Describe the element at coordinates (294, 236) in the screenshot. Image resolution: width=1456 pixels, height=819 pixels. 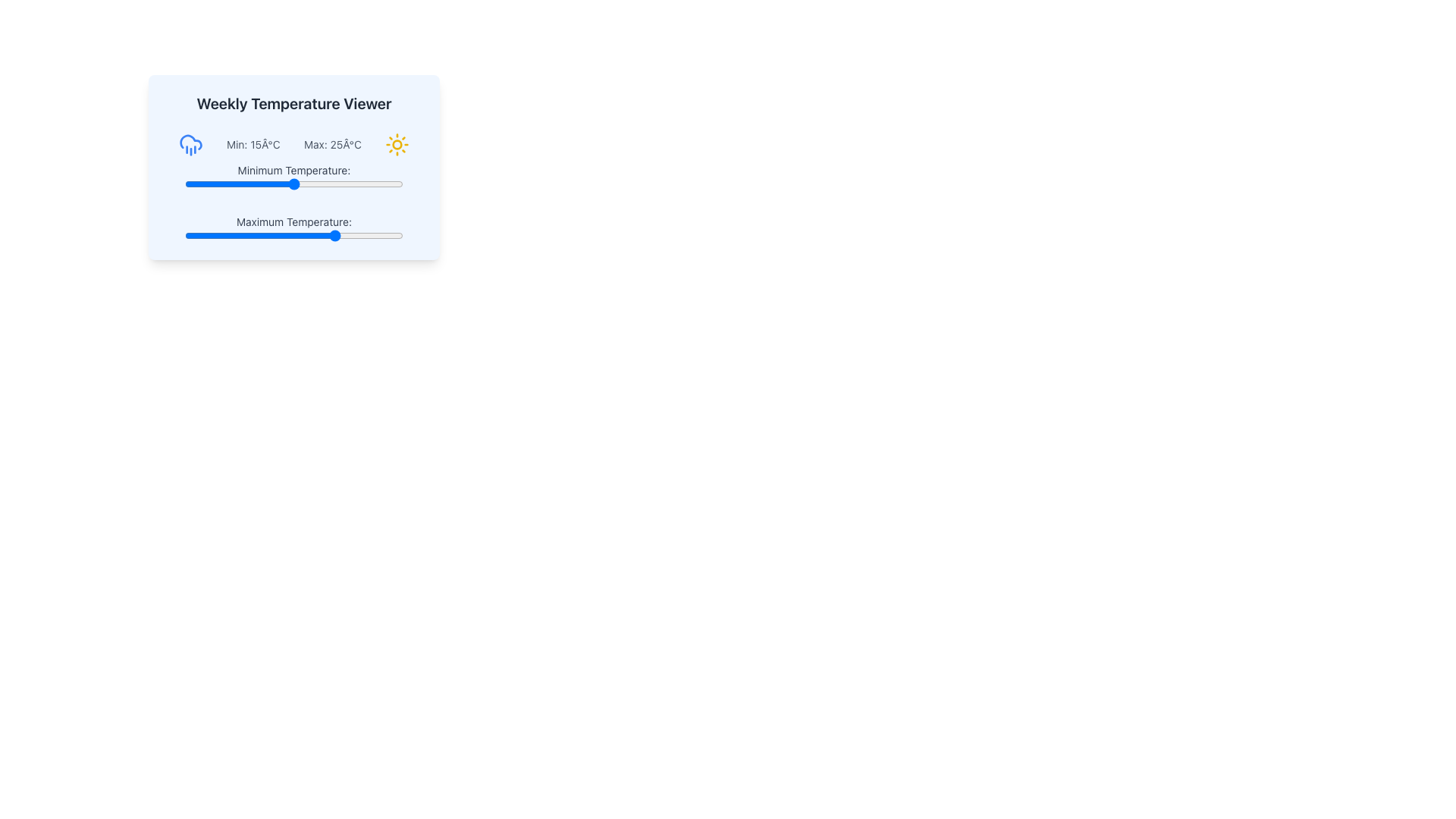
I see `the maximum temperature` at that location.